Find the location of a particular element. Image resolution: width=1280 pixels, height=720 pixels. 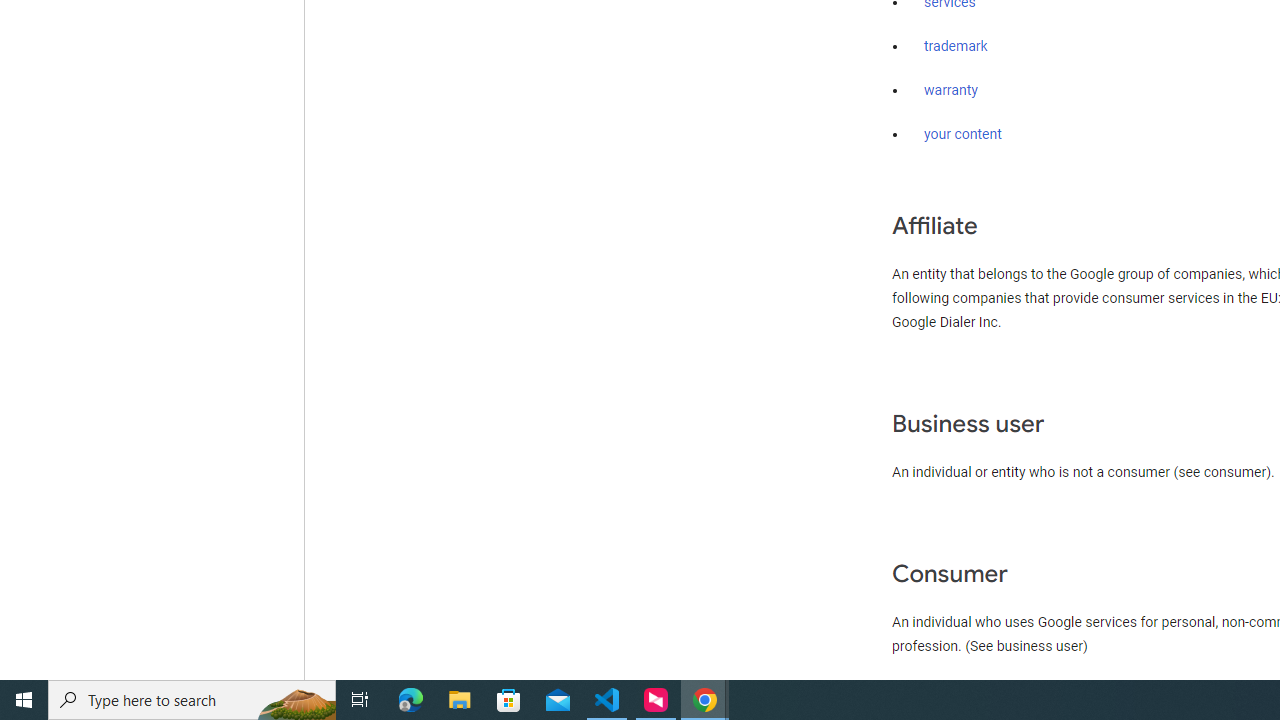

'your content' is located at coordinates (963, 135).